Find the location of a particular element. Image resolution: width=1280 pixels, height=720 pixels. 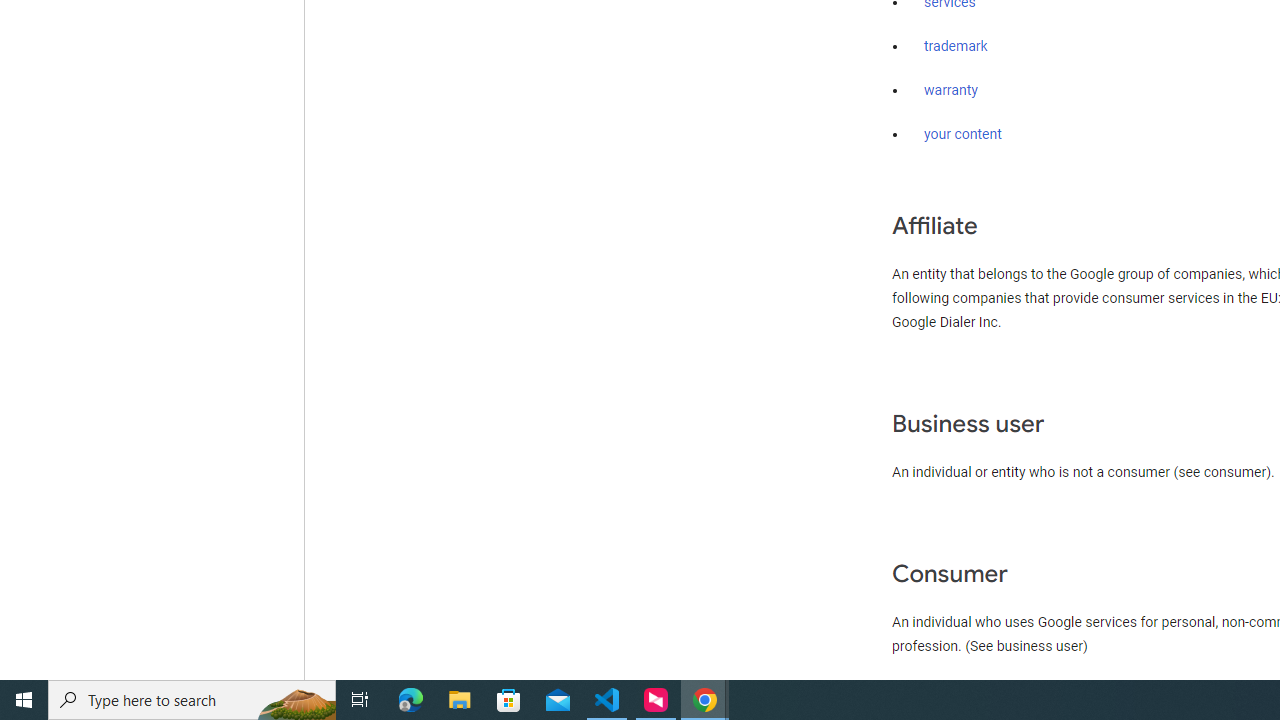

'your content' is located at coordinates (963, 135).